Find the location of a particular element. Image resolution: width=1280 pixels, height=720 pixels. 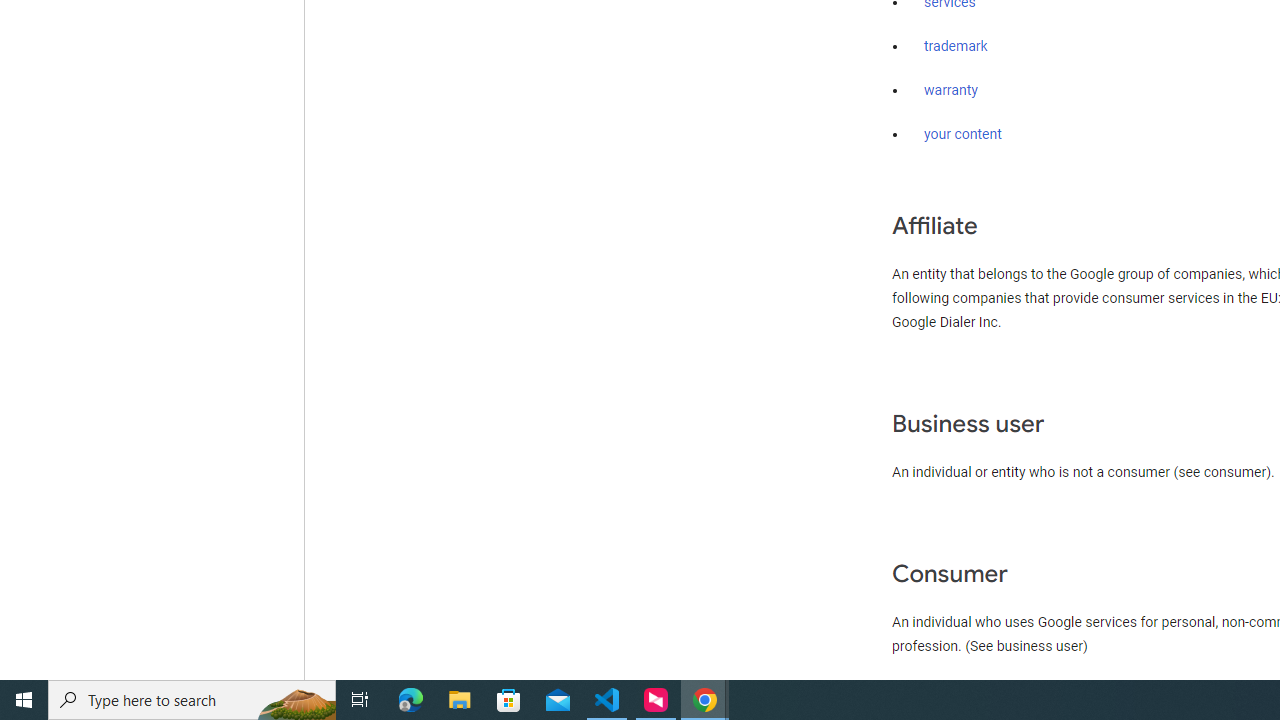

'your content' is located at coordinates (963, 135).